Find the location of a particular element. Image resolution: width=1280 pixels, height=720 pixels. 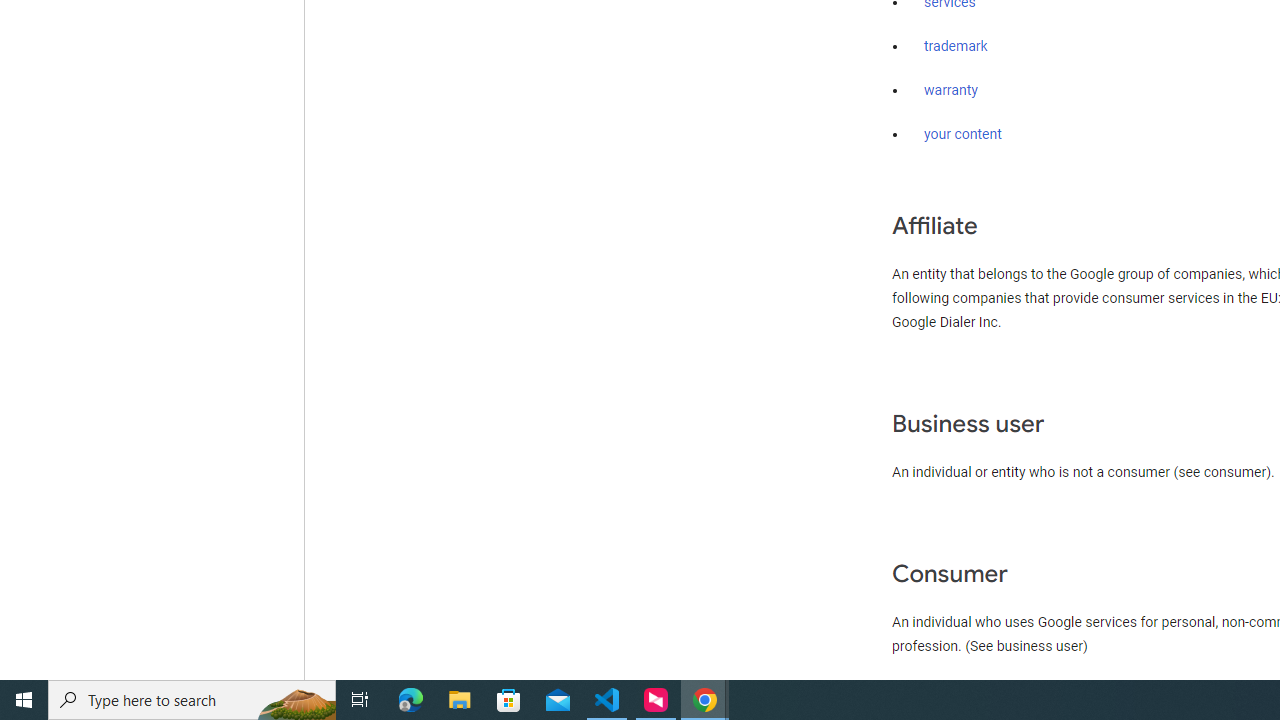

'your content' is located at coordinates (963, 135).